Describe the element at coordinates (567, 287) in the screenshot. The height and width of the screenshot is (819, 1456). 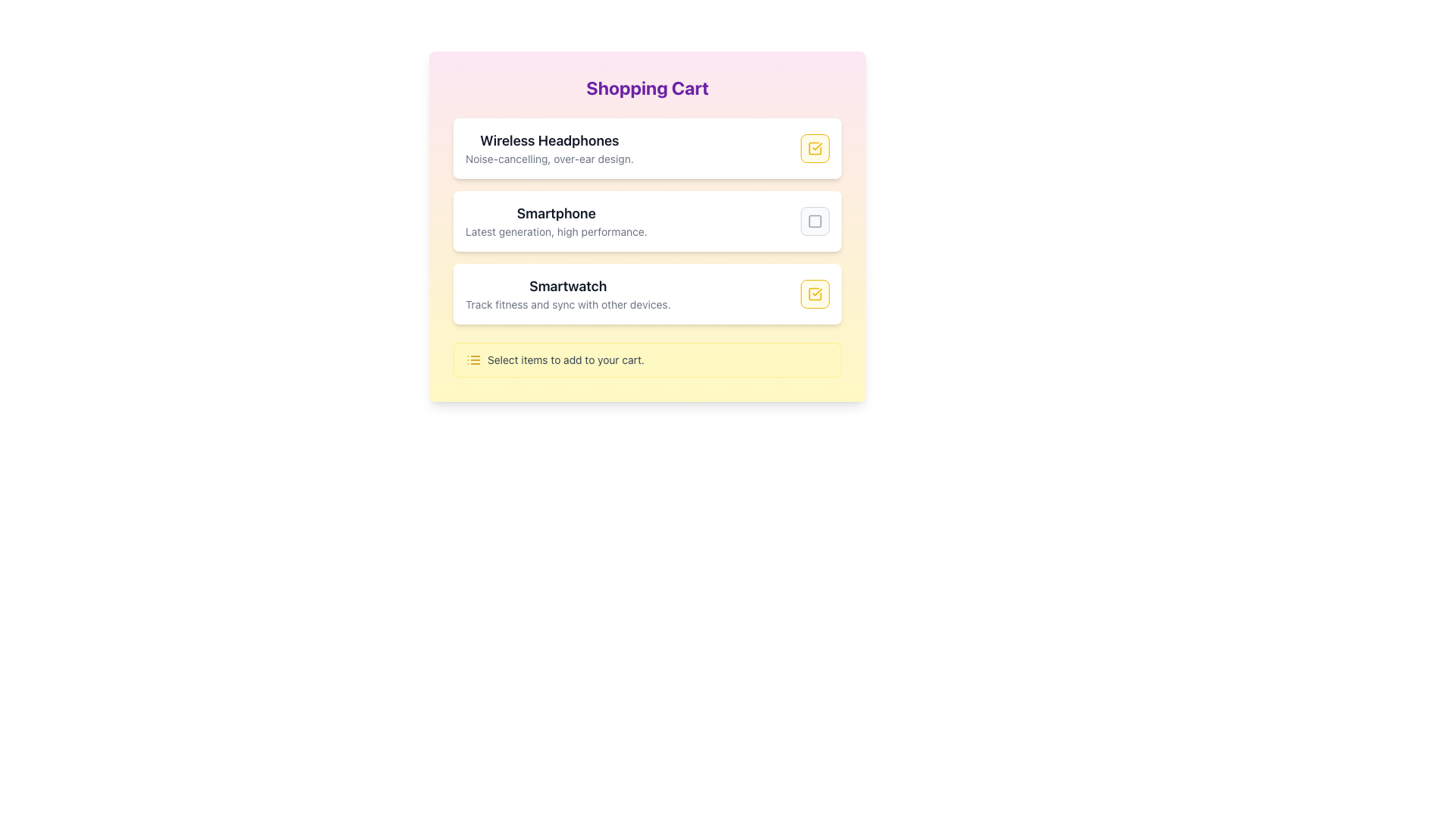
I see `the product name text located in the third card under the 'Shopping Cart' header, which provides visual emphasis for the item listed` at that location.